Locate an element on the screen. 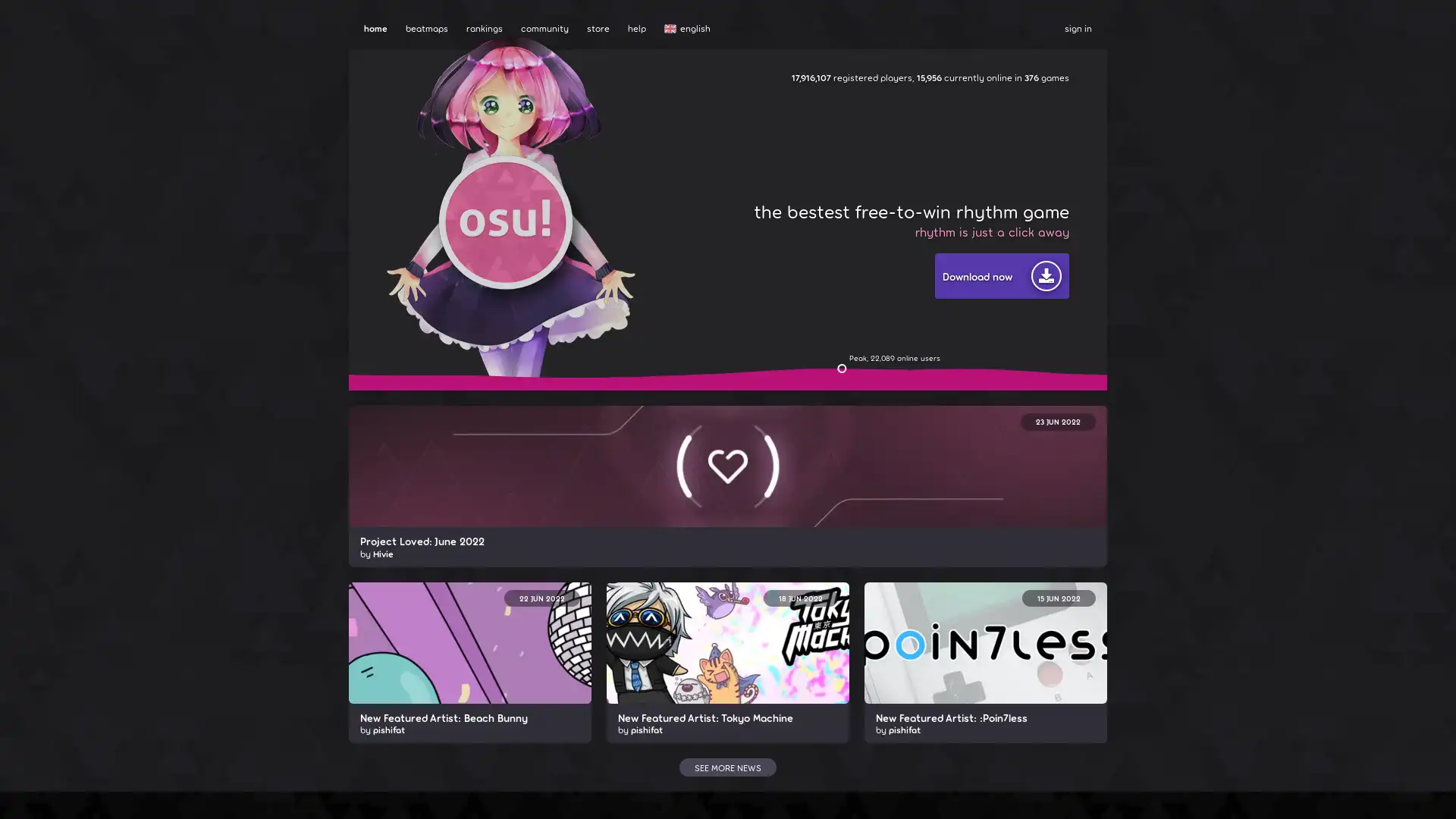  svenska is located at coordinates (709, 510).